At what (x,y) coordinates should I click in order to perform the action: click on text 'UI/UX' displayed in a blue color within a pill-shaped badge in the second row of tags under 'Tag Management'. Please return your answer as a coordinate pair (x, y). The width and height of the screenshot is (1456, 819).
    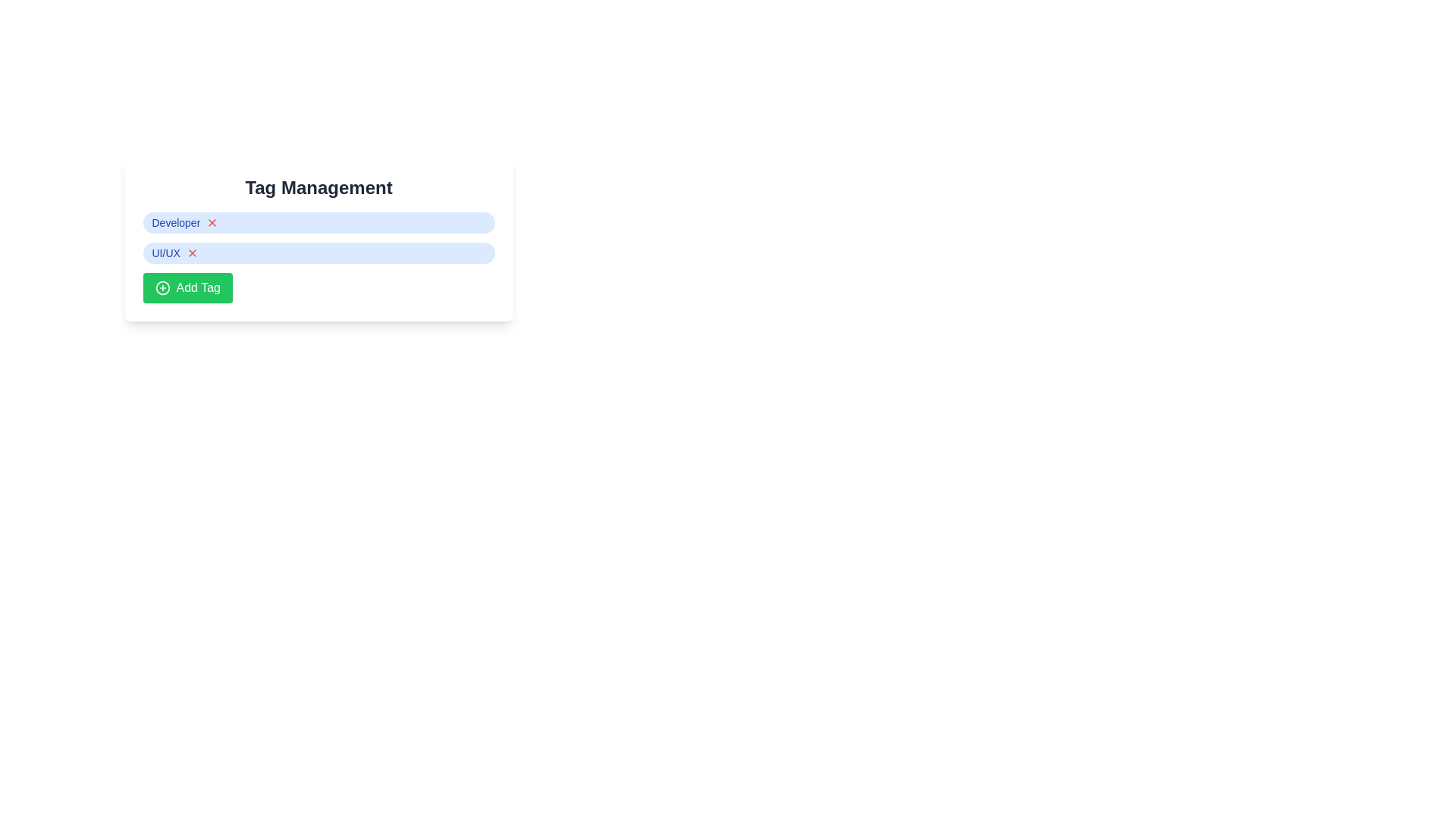
    Looking at the image, I should click on (166, 253).